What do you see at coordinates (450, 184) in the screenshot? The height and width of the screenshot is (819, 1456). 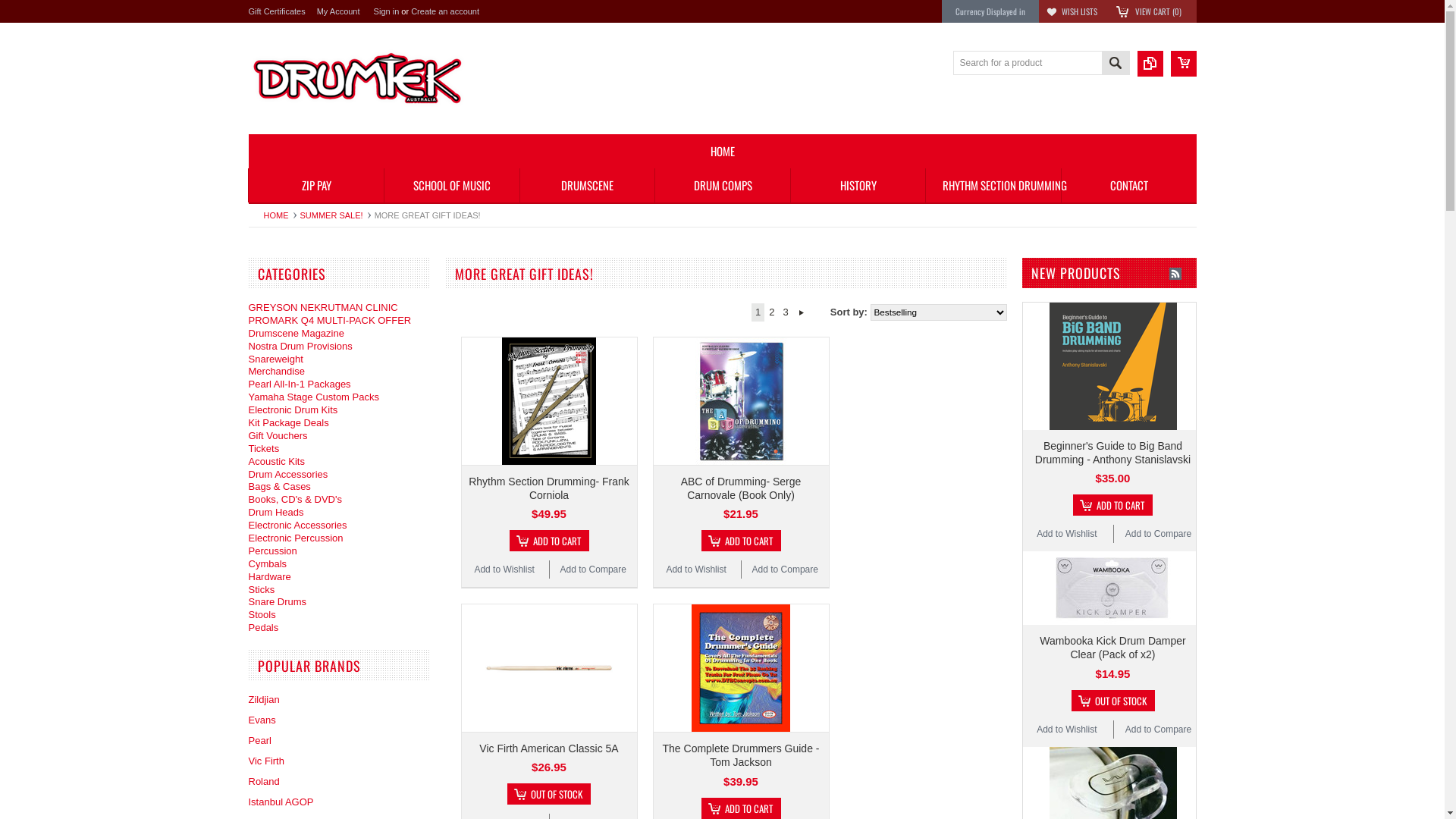 I see `'SCHOOL OF MUSIC'` at bounding box center [450, 184].